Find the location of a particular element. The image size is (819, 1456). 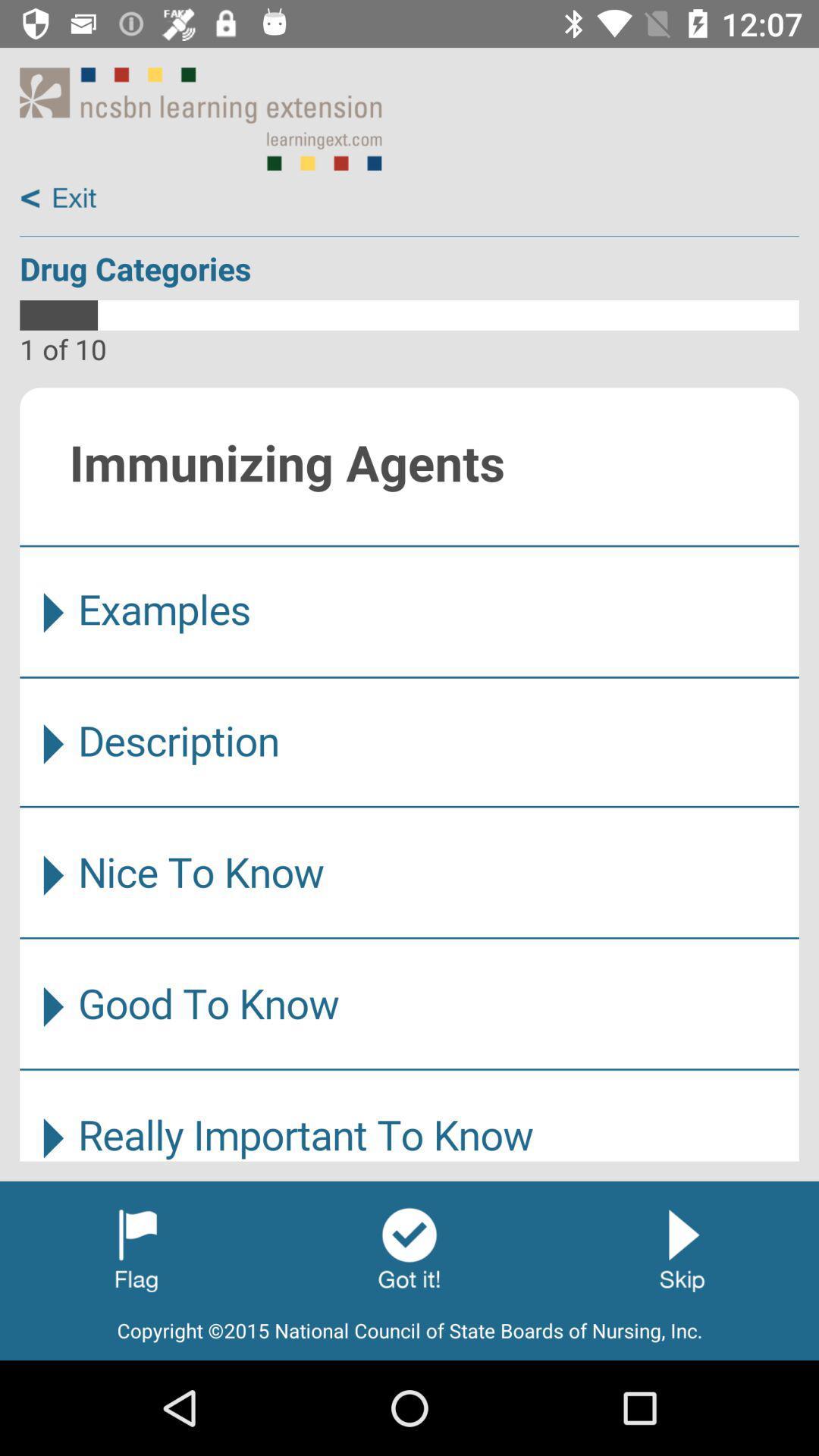

next screen is located at coordinates (409, 1248).